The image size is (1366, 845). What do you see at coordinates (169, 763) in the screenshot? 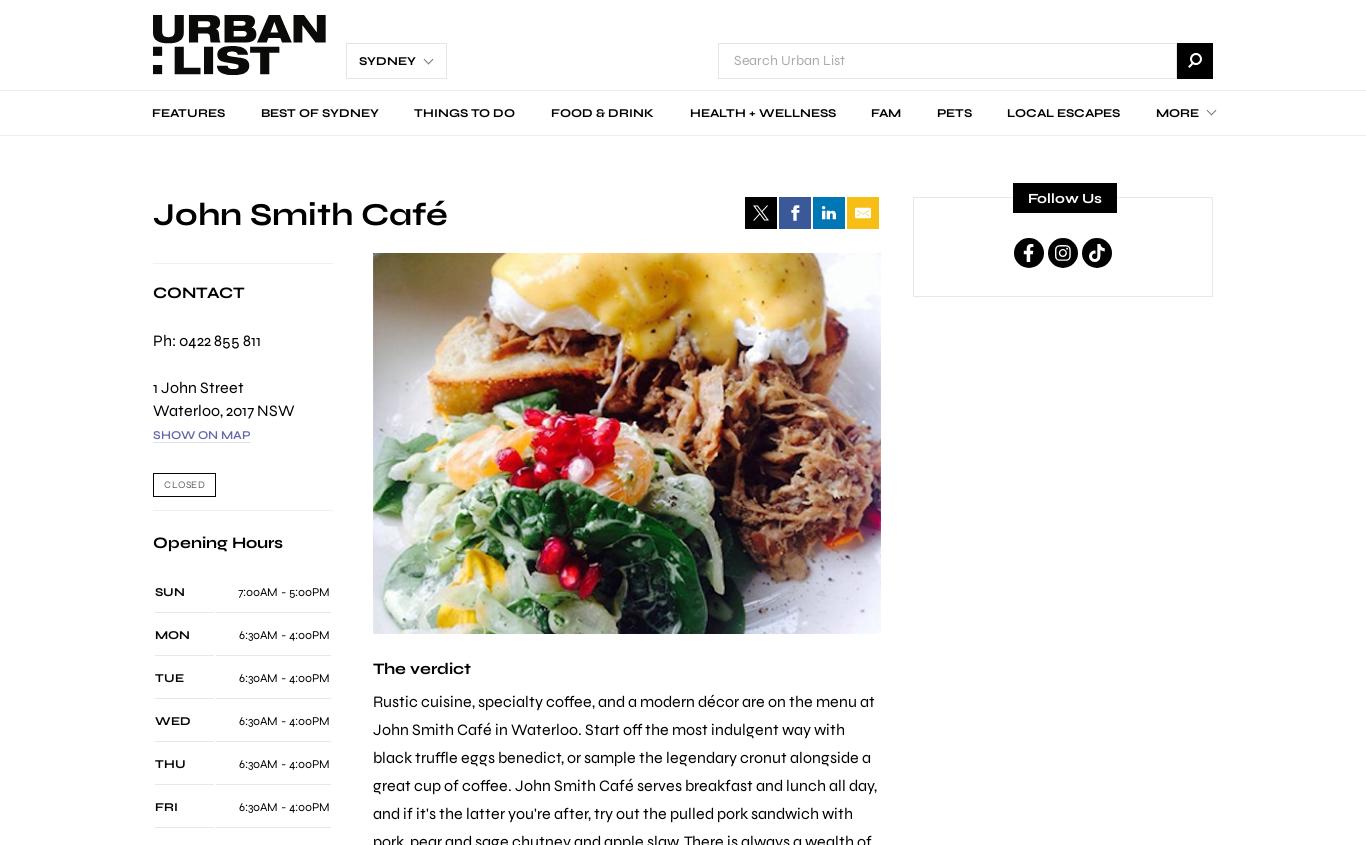
I see `'THU'` at bounding box center [169, 763].